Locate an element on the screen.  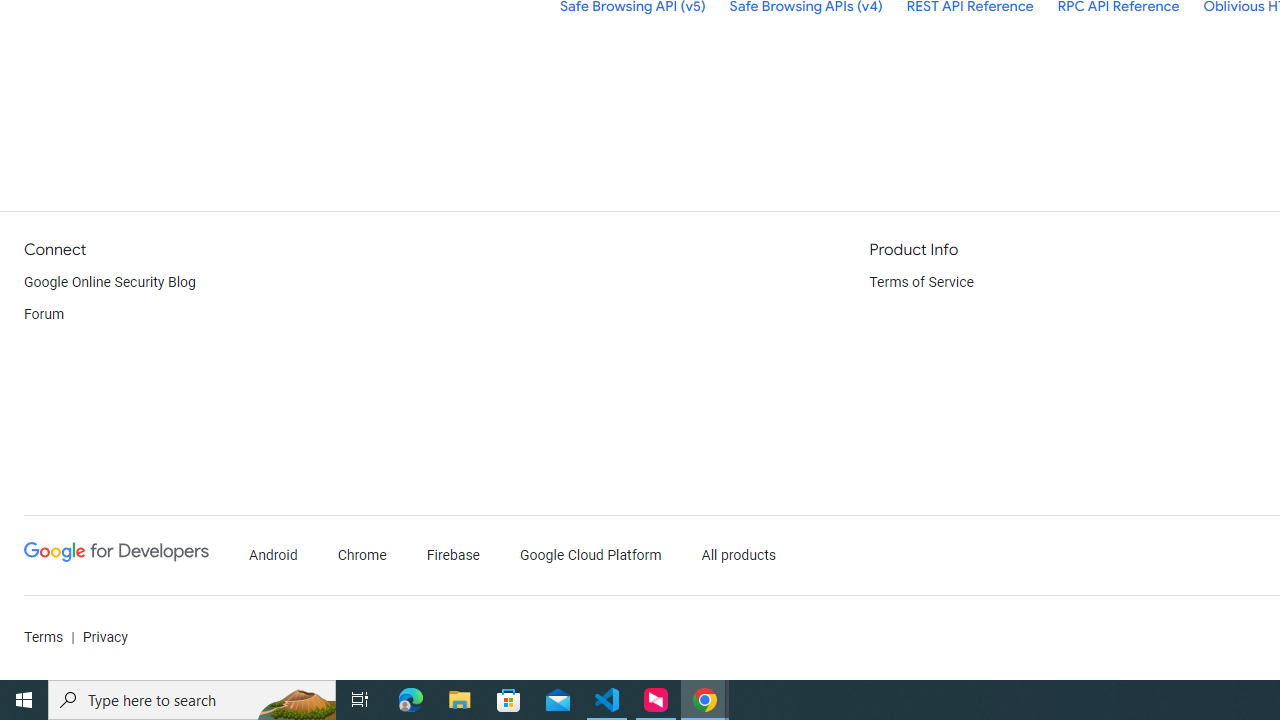
'Android' is located at coordinates (272, 555).